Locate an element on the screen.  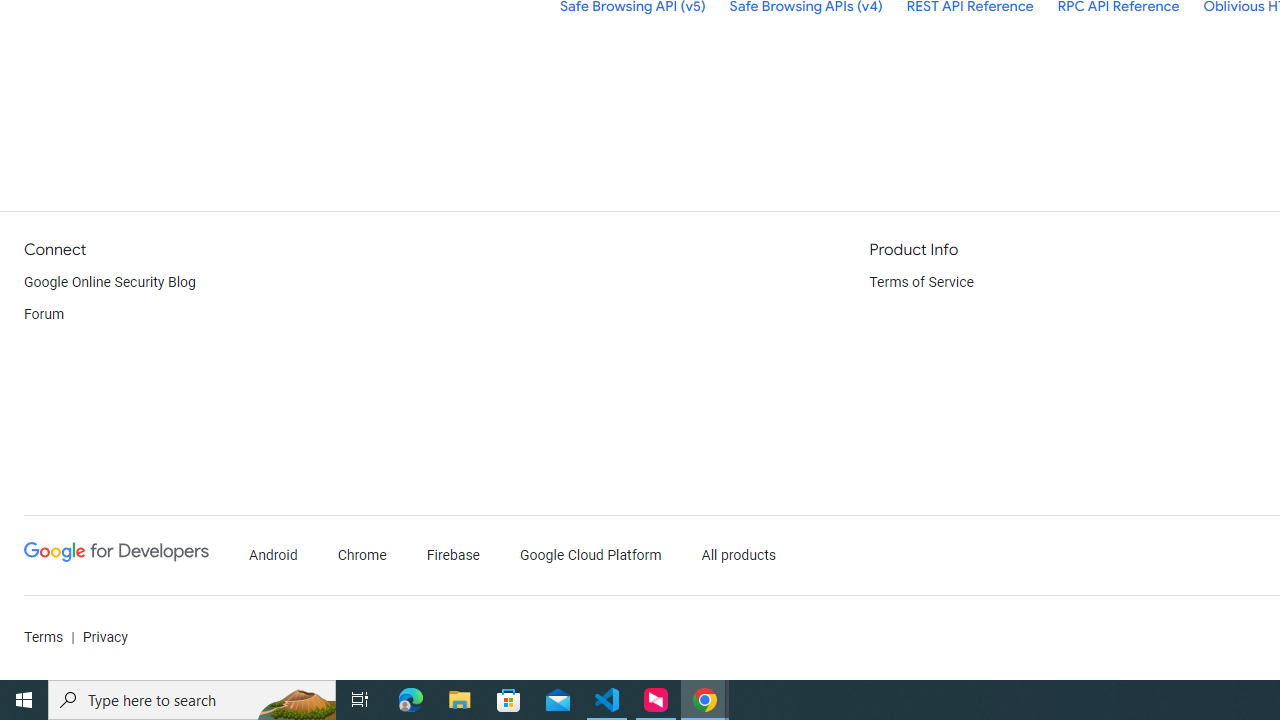
'Android' is located at coordinates (272, 555).